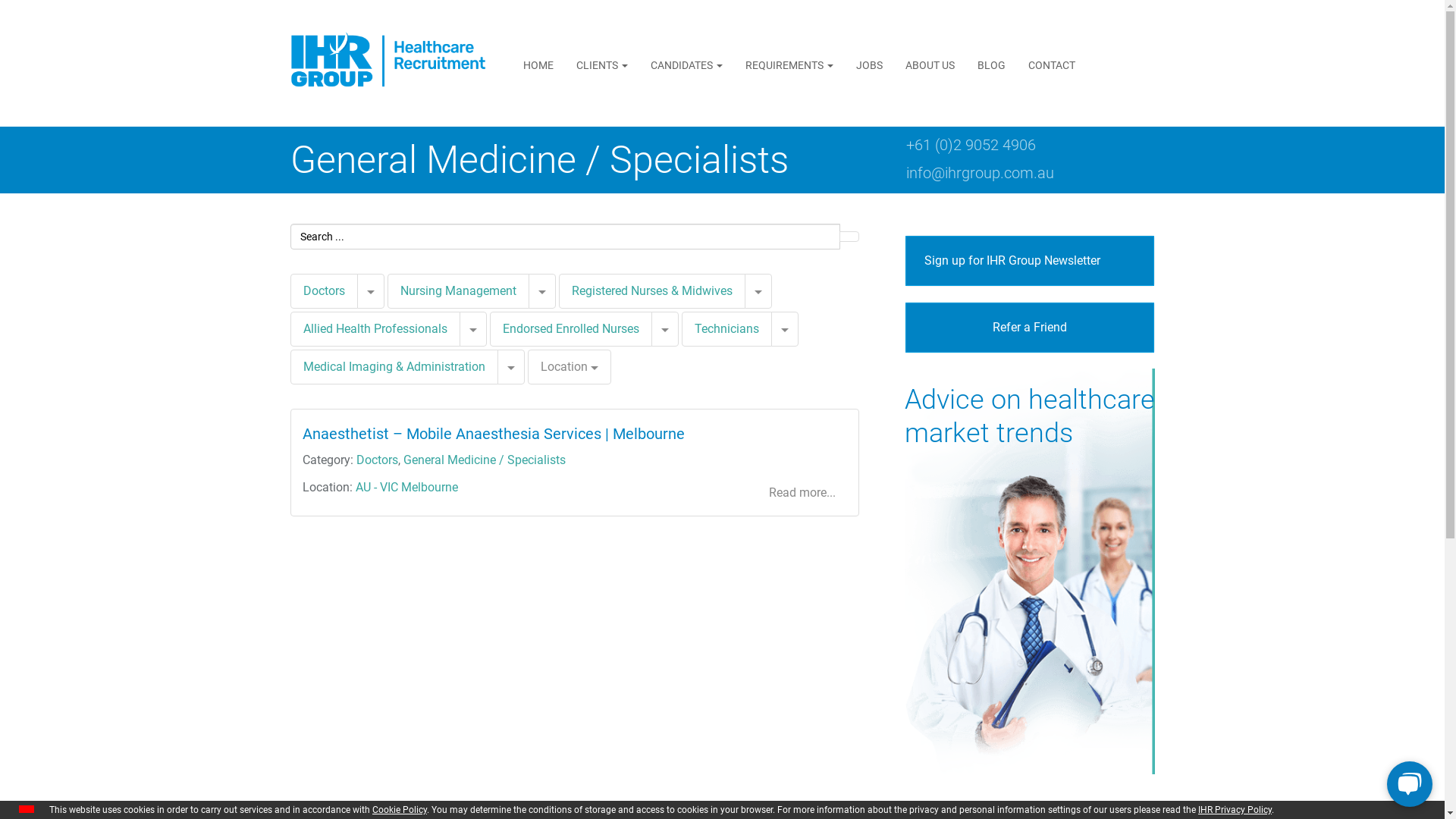 This screenshot has width=1456, height=819. Describe the element at coordinates (26, 808) in the screenshot. I see `'Zamknij okno'` at that location.